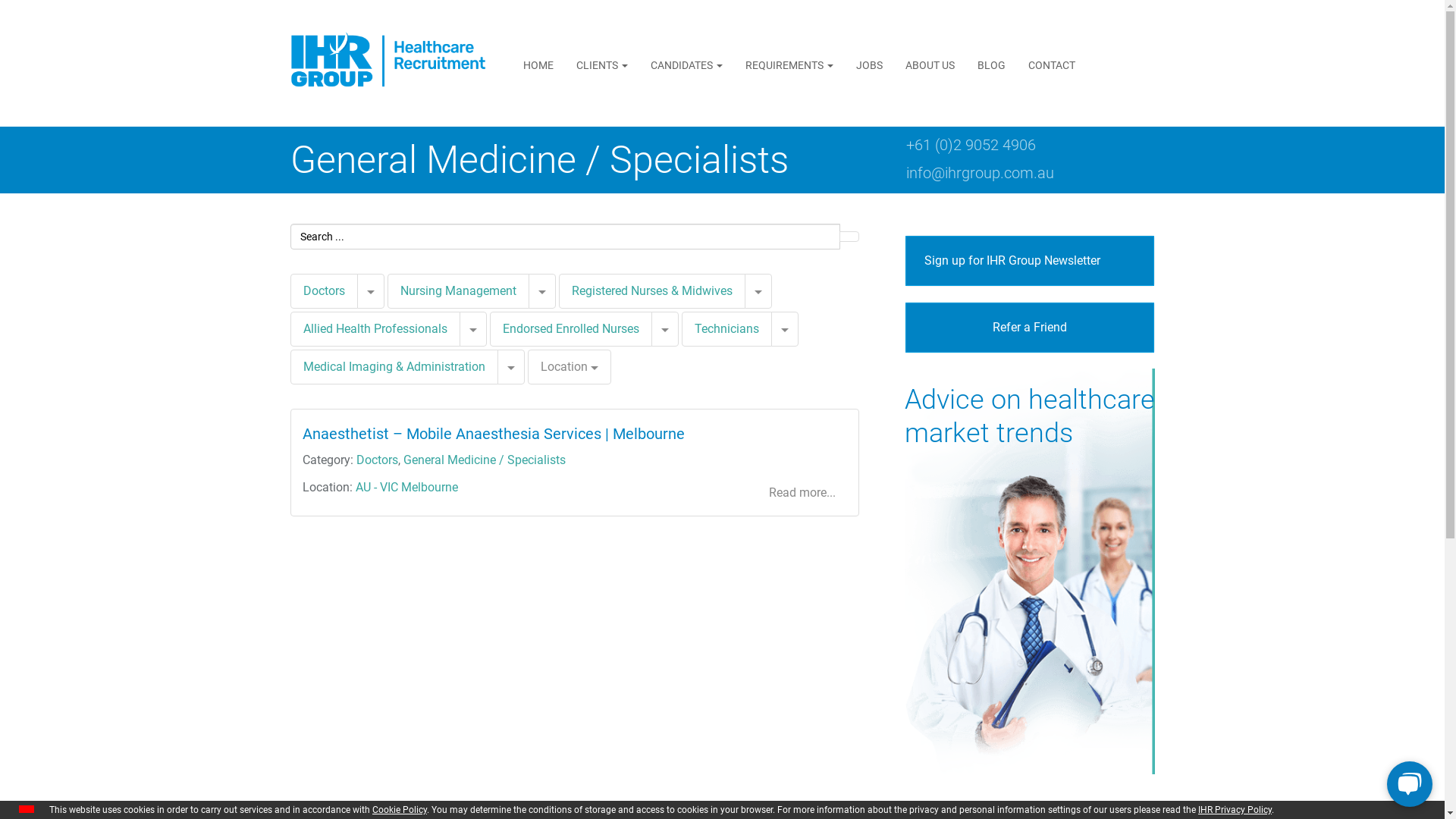 This screenshot has width=1456, height=819. Describe the element at coordinates (26, 808) in the screenshot. I see `'Zamknij okno'` at that location.